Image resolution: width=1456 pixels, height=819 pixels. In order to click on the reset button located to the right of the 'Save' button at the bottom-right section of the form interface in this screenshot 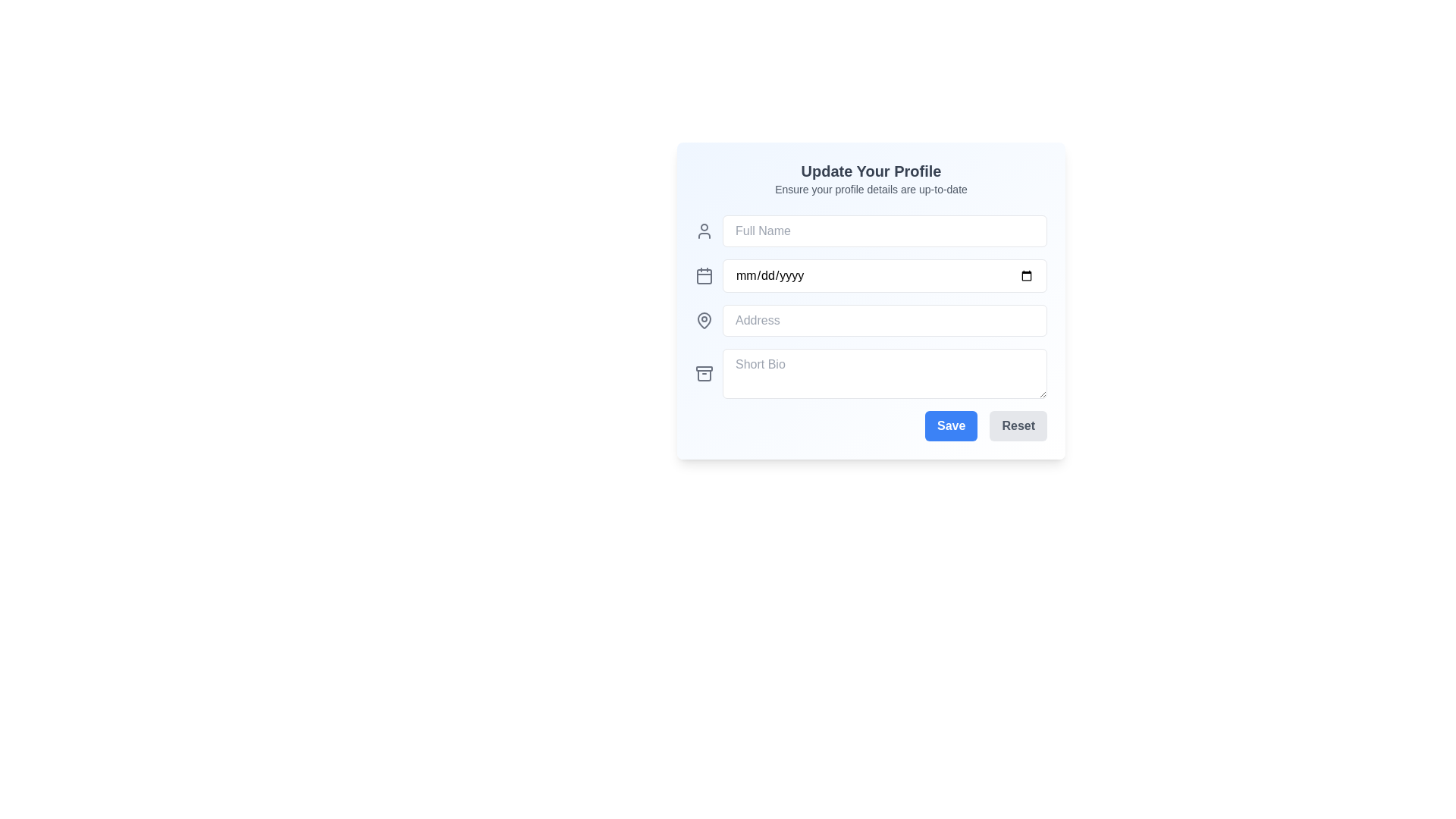, I will do `click(1018, 426)`.